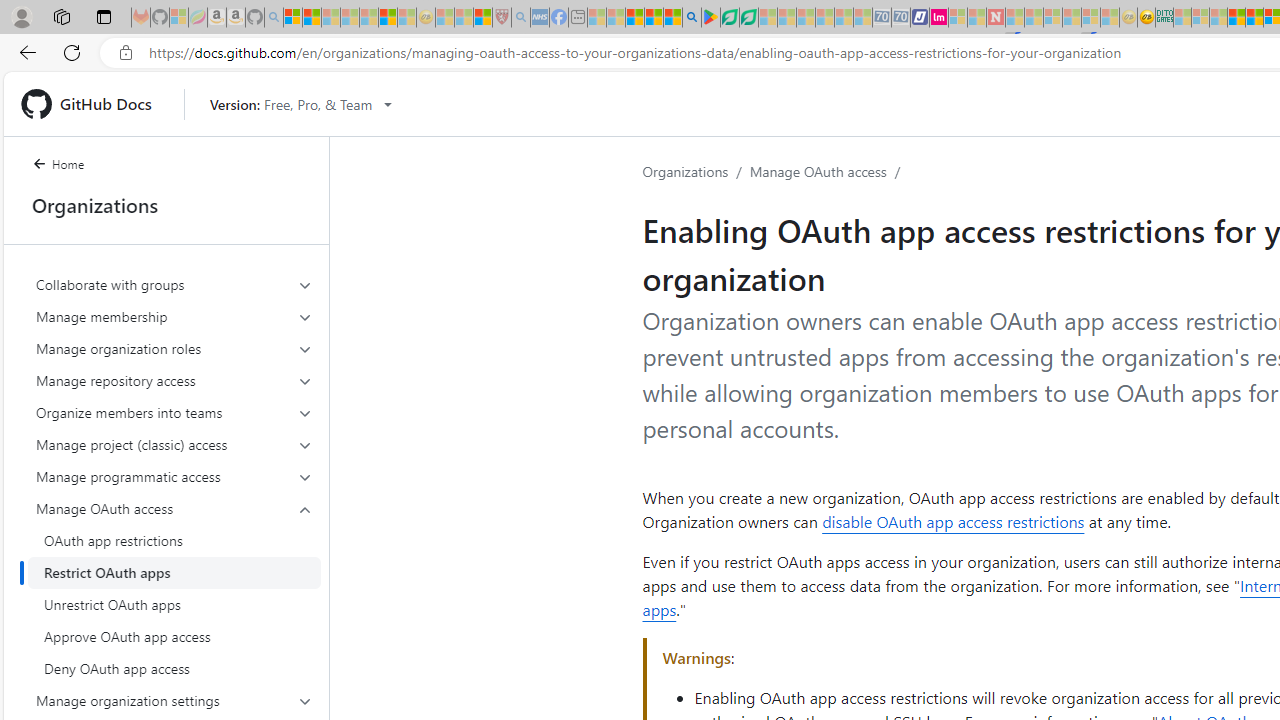 This screenshot has height=720, width=1280. I want to click on 'Bluey: Let', so click(711, 17).